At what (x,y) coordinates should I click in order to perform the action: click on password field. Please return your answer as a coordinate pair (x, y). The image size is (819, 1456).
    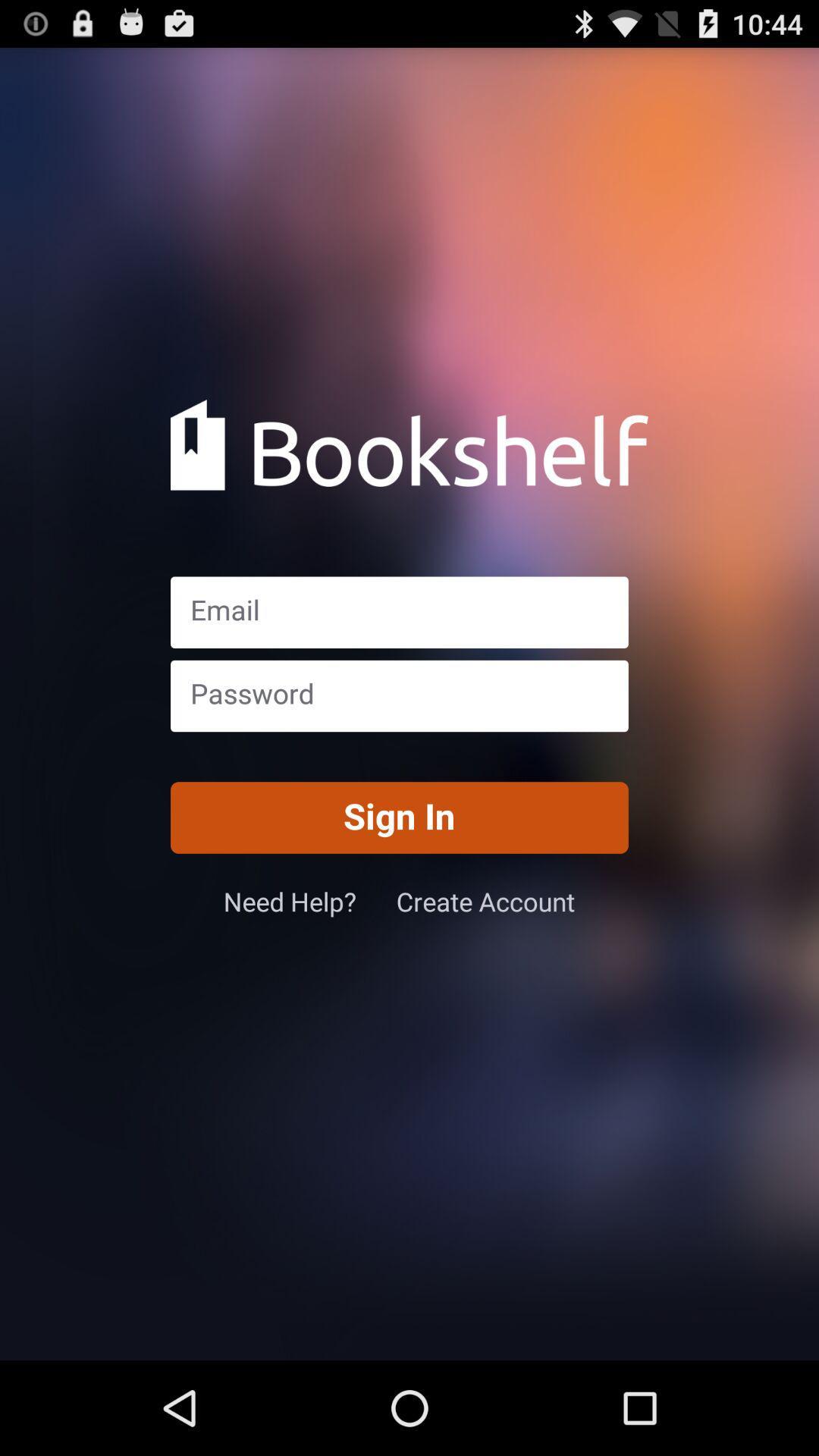
    Looking at the image, I should click on (398, 695).